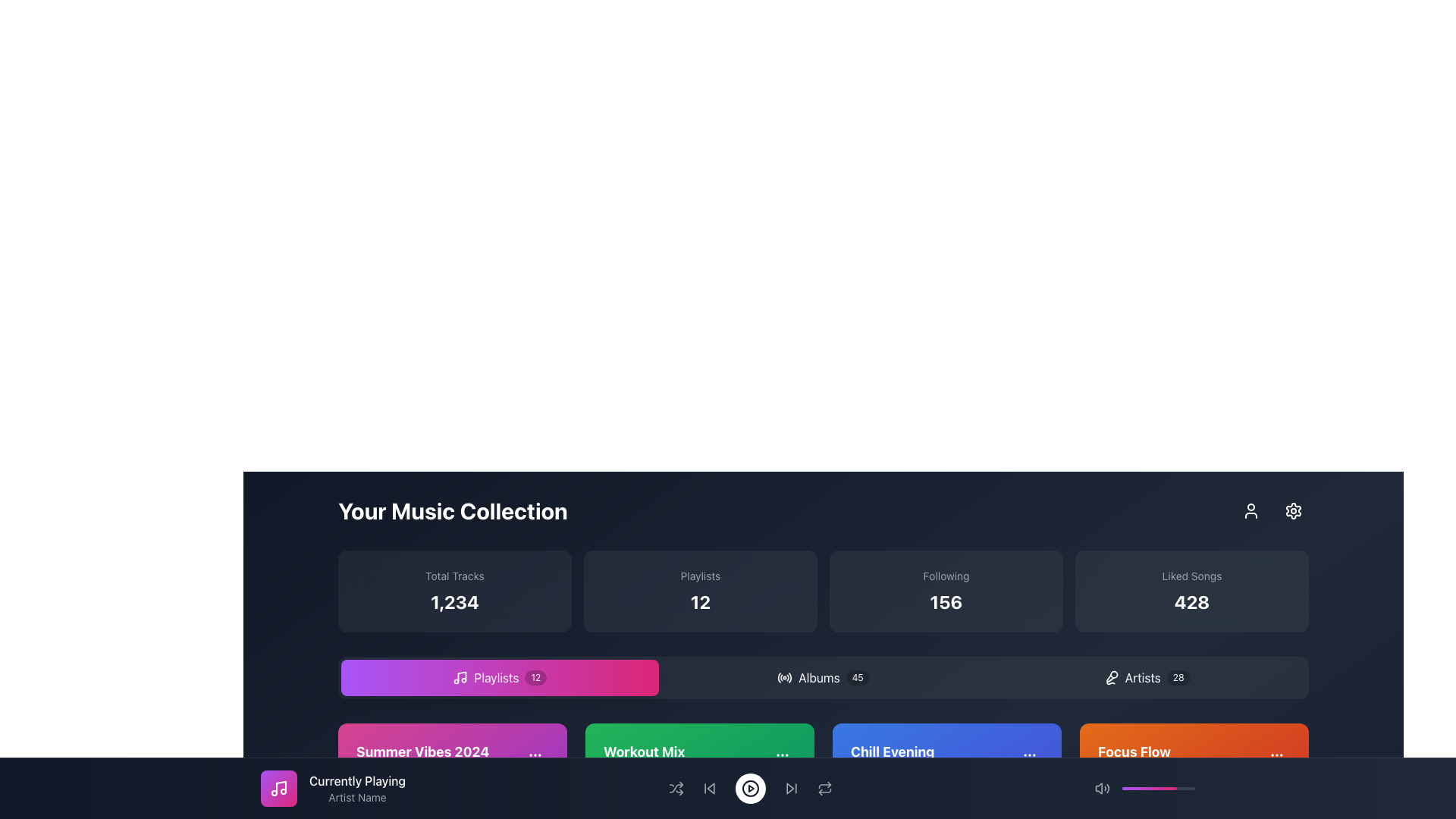 The width and height of the screenshot is (1456, 819). Describe the element at coordinates (356, 797) in the screenshot. I see `the static text label displaying 'Artist Name' in light gray, located beneath the 'Currently Playing' text and near the navigation bar` at that location.